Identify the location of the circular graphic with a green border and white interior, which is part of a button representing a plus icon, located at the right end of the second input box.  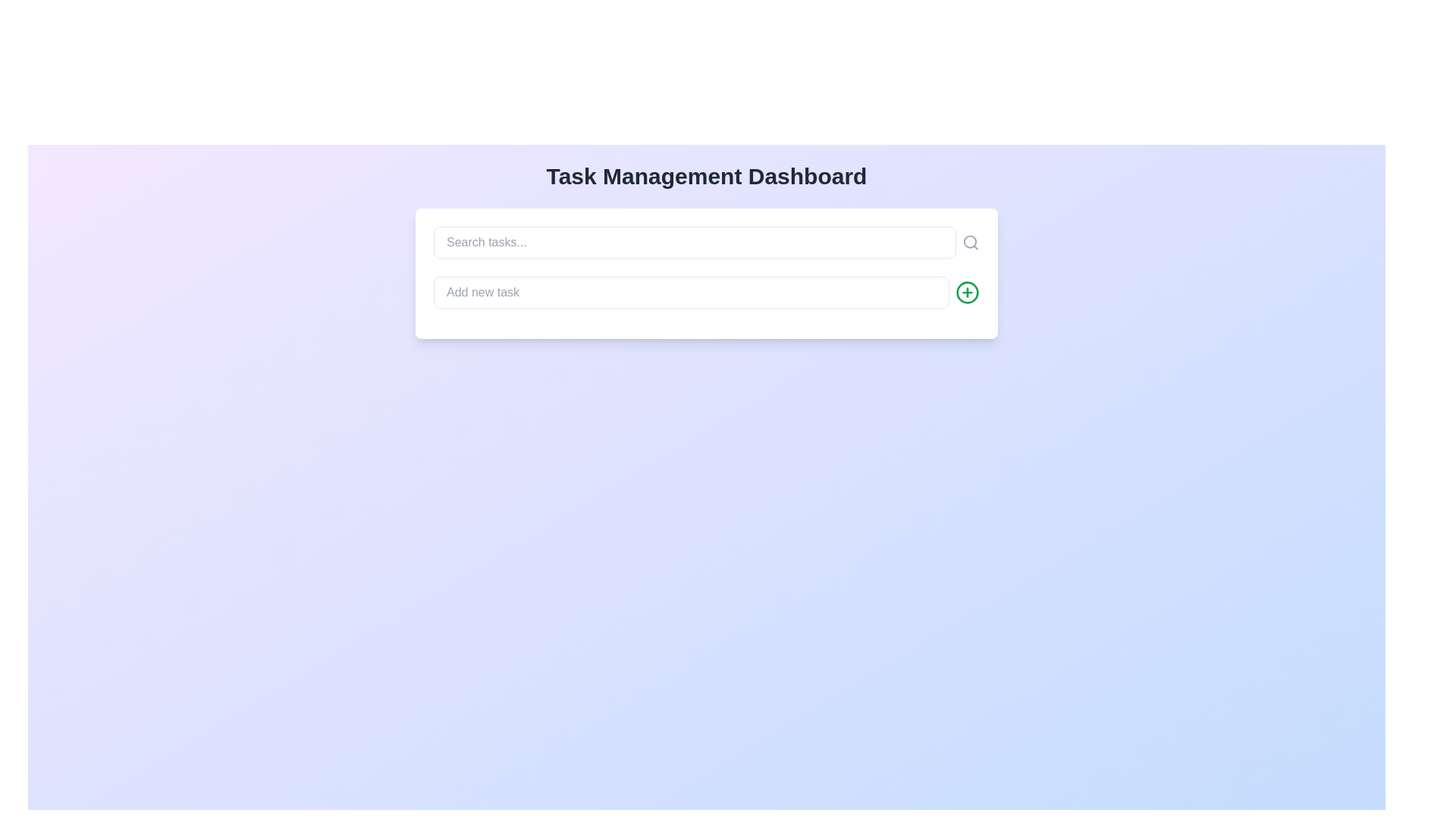
(967, 292).